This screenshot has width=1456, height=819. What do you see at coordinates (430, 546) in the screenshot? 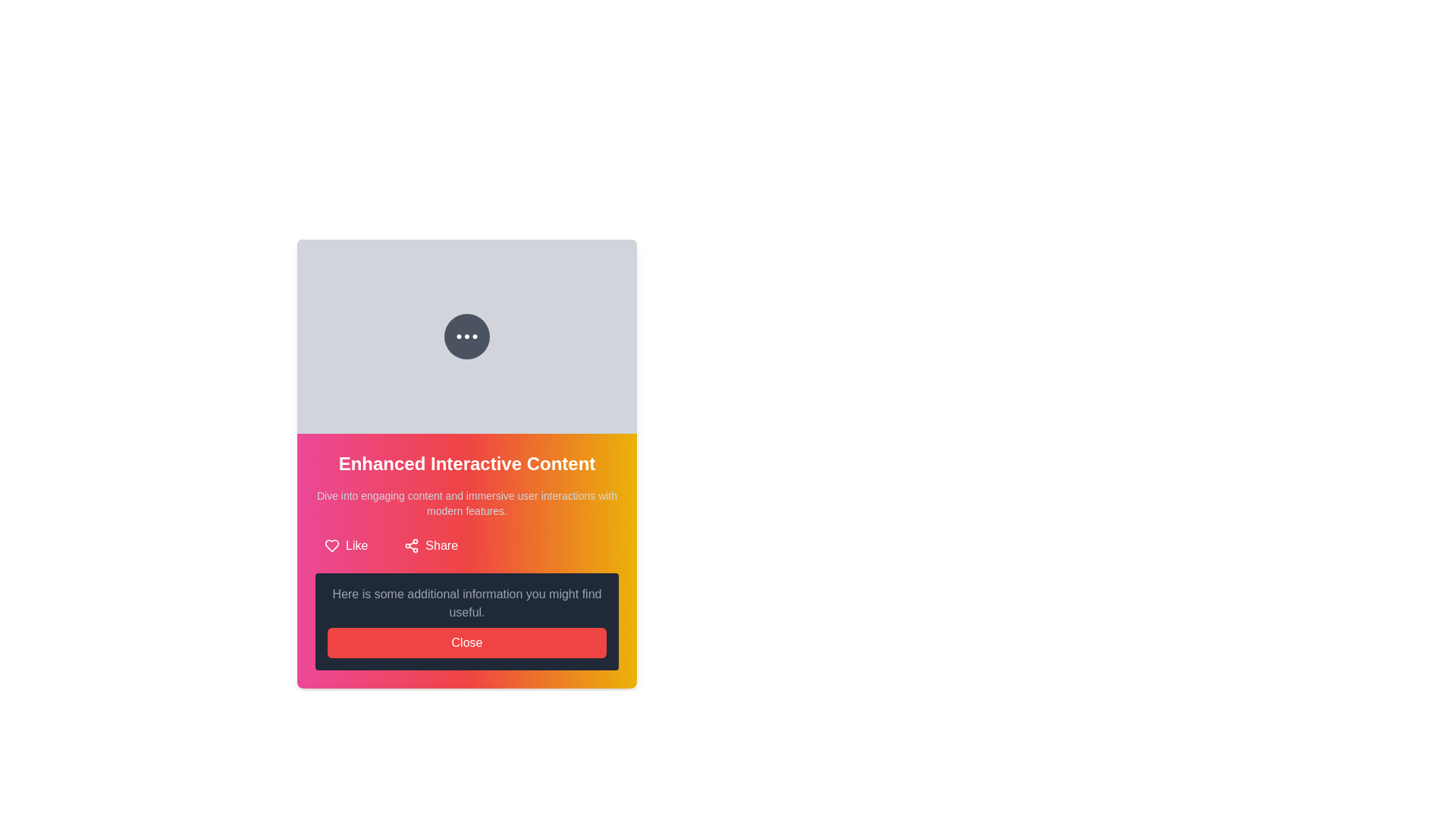
I see `the 'Share' button, which is the second button in a horizontal group, located directly to the right of the 'Like' button` at bounding box center [430, 546].